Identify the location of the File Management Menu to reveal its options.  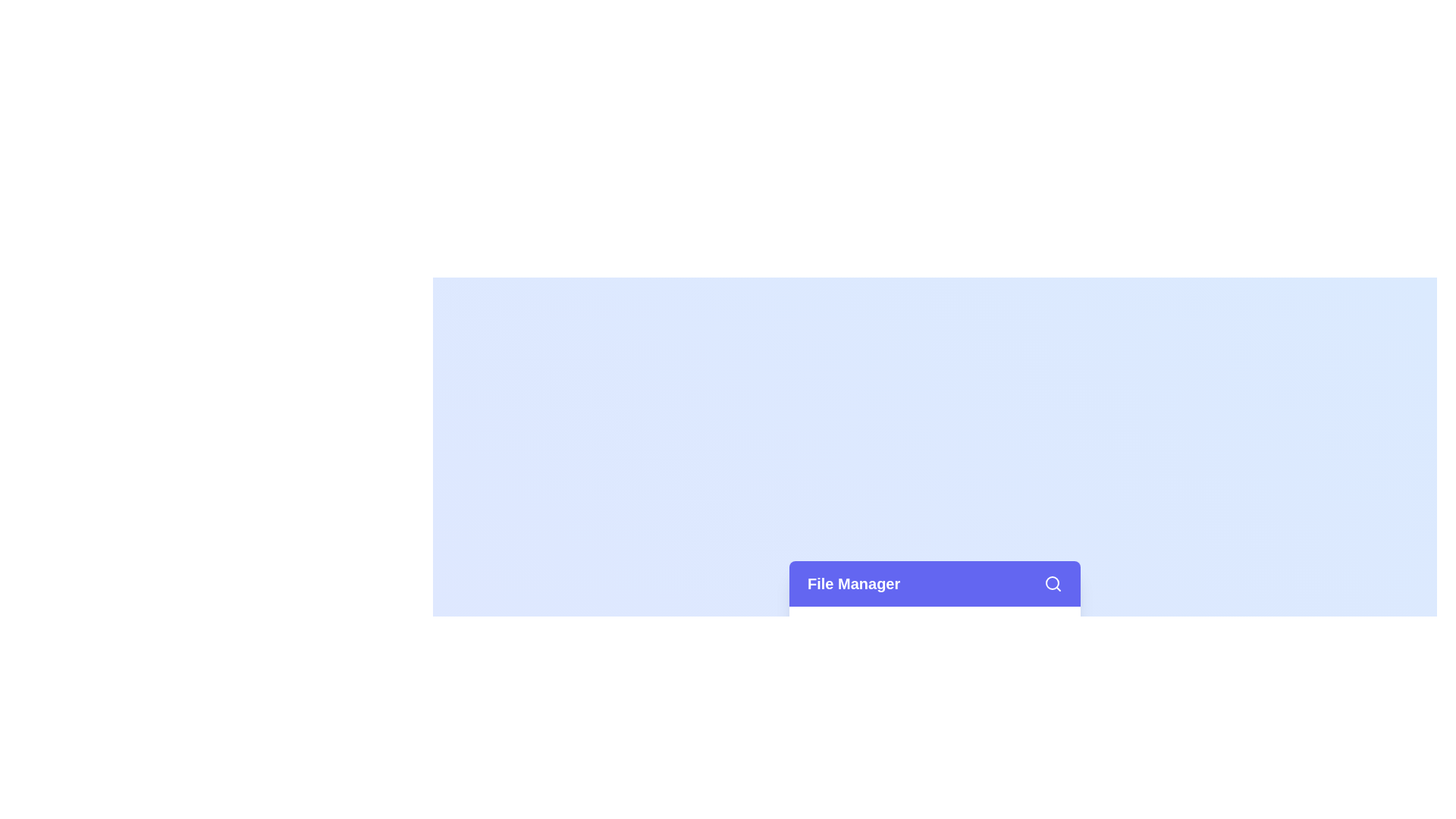
(934, 583).